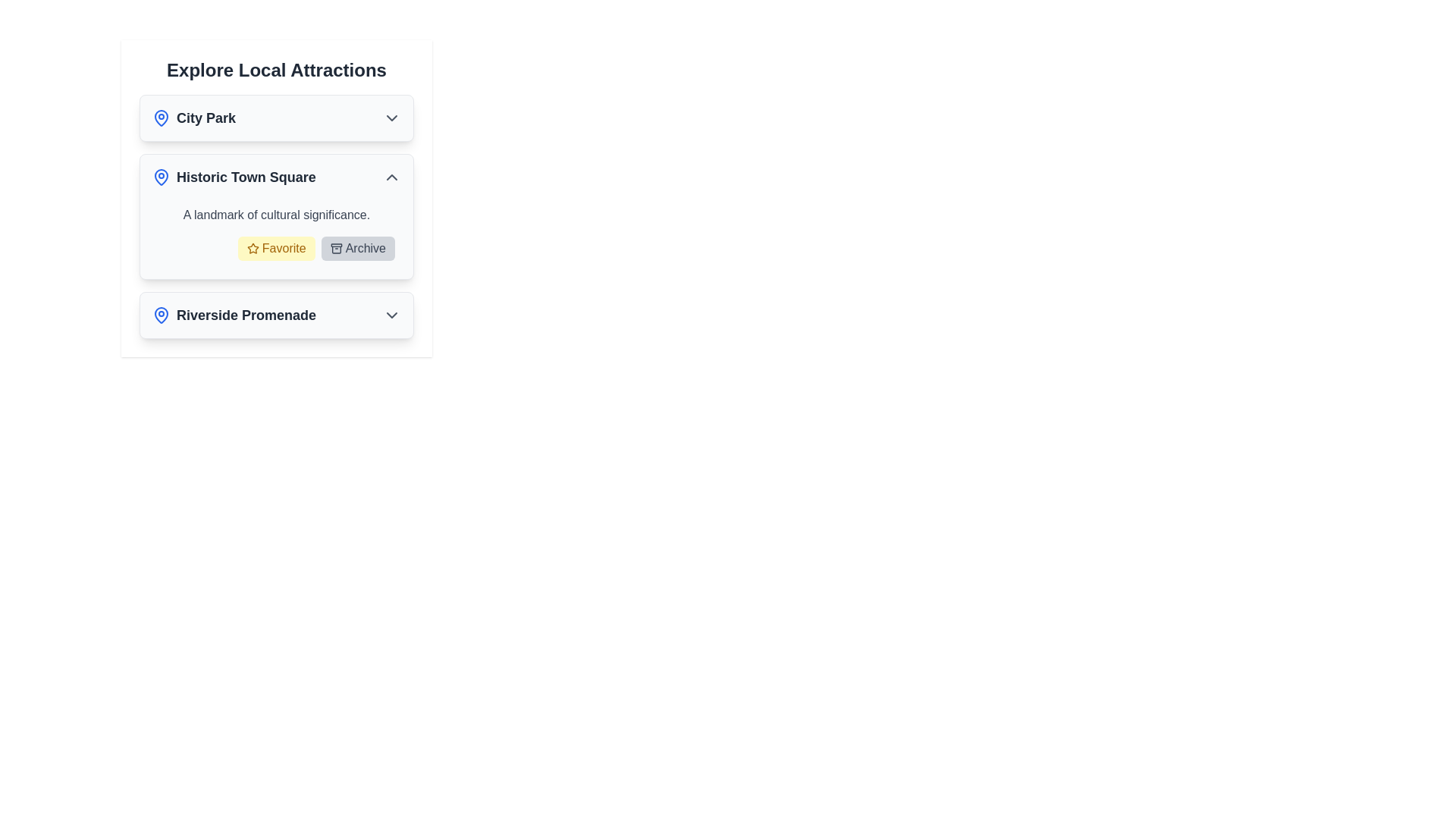 This screenshot has width=1456, height=819. Describe the element at coordinates (253, 247) in the screenshot. I see `the star icon within the yellow 'Favorite' button located in the details section for 'Historic Town Square'` at that location.